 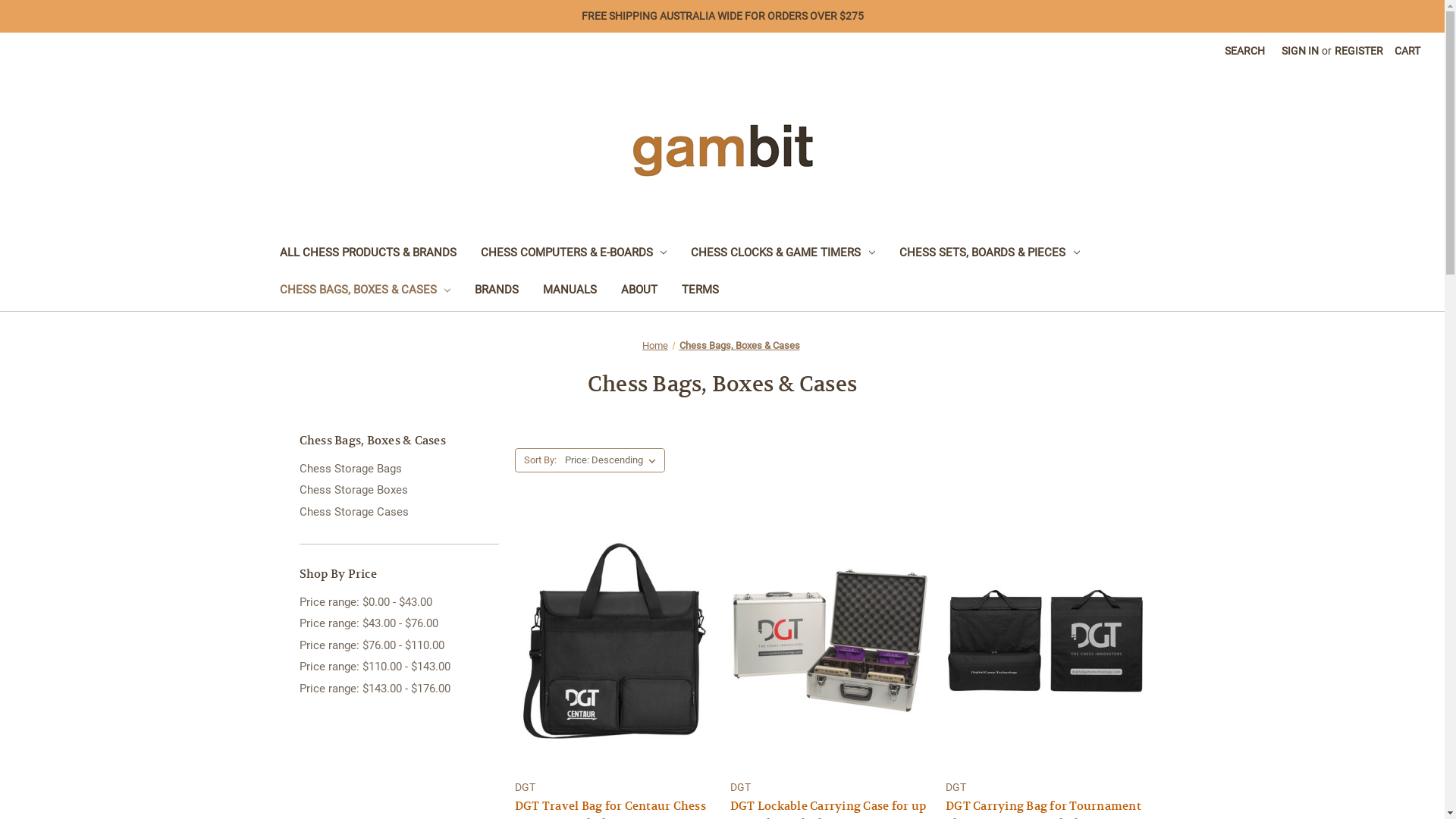 What do you see at coordinates (783, 253) in the screenshot?
I see `'CHESS CLOCKS & GAME TIMERS'` at bounding box center [783, 253].